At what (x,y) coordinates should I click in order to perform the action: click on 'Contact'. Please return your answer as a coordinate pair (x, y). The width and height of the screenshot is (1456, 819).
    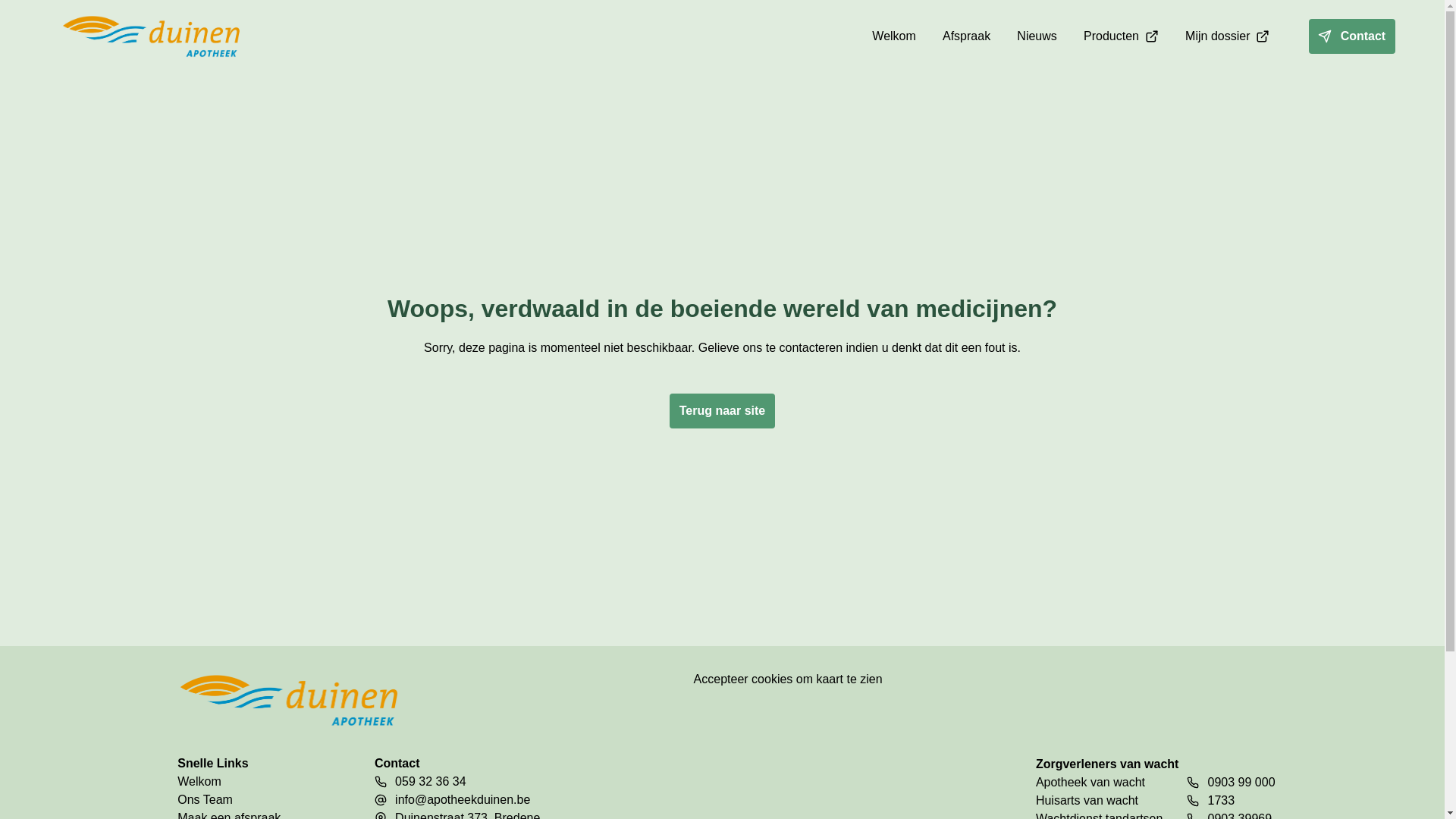
    Looking at the image, I should click on (1351, 35).